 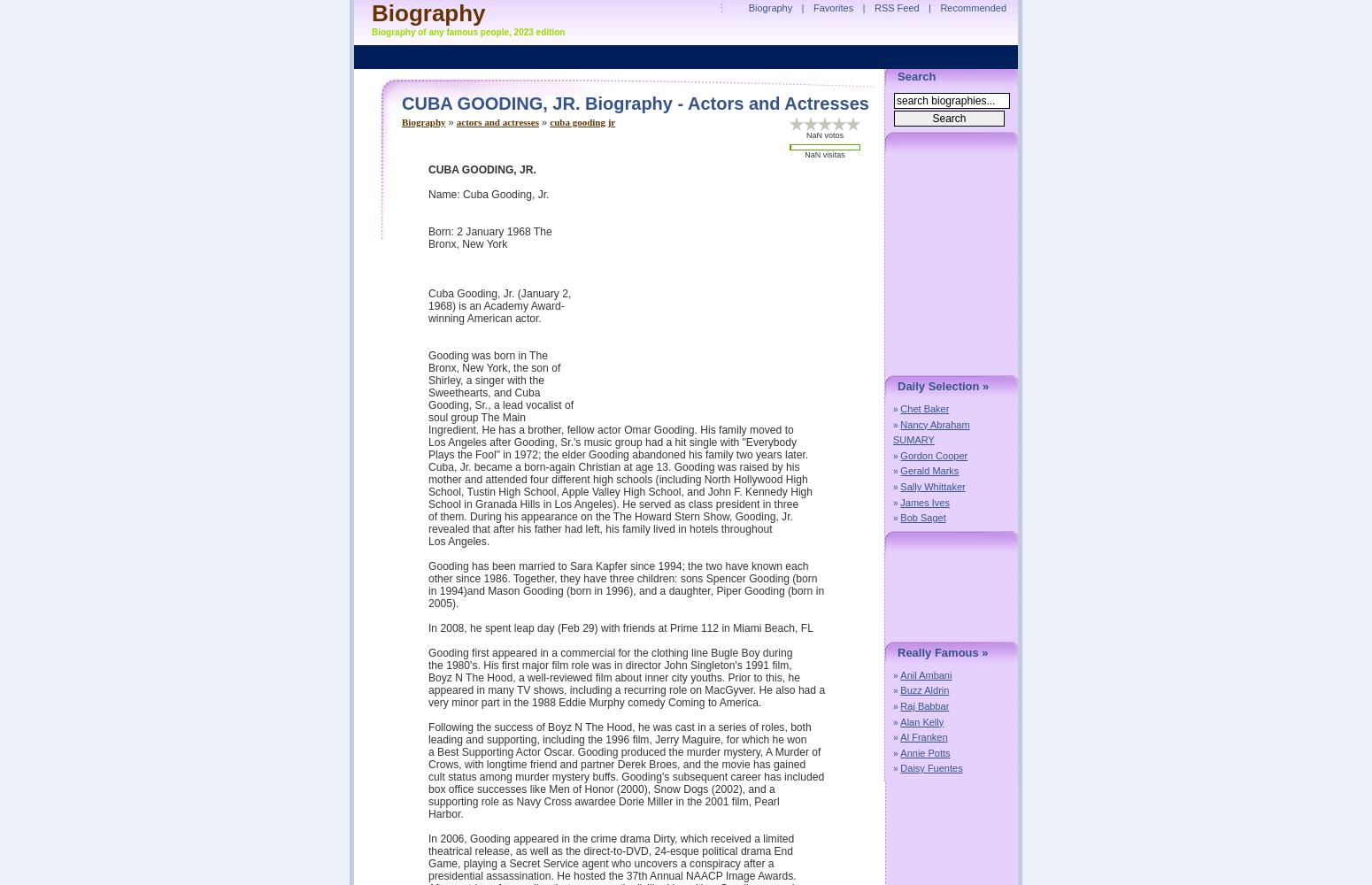 I want to click on 'In 2008, he spent leap day (Feb 29) with friends at Prime 112 in Miami Beach, FL', so click(x=631, y=627).